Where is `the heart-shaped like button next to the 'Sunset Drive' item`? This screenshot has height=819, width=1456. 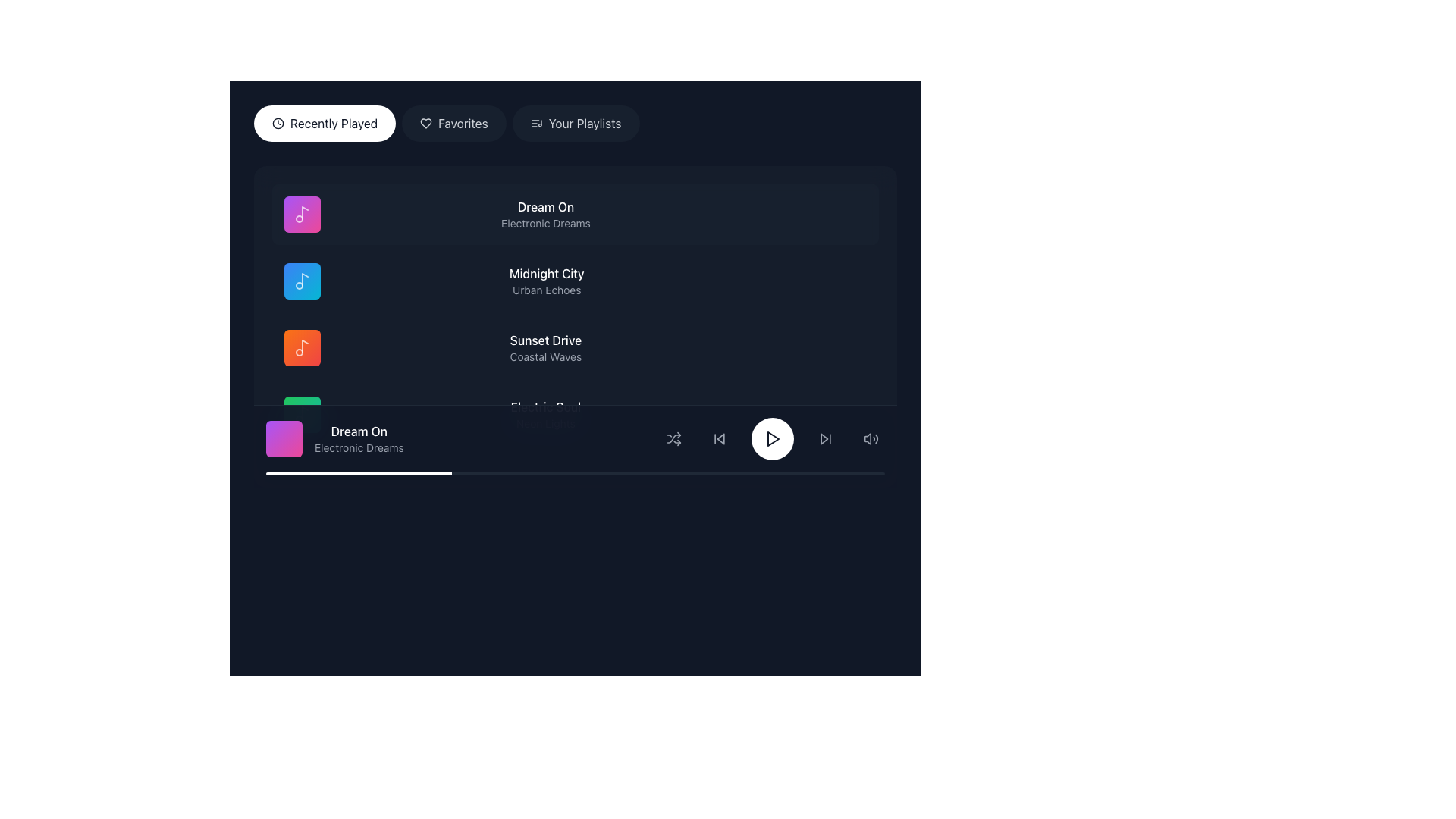 the heart-shaped like button next to the 'Sunset Drive' item is located at coordinates (783, 348).